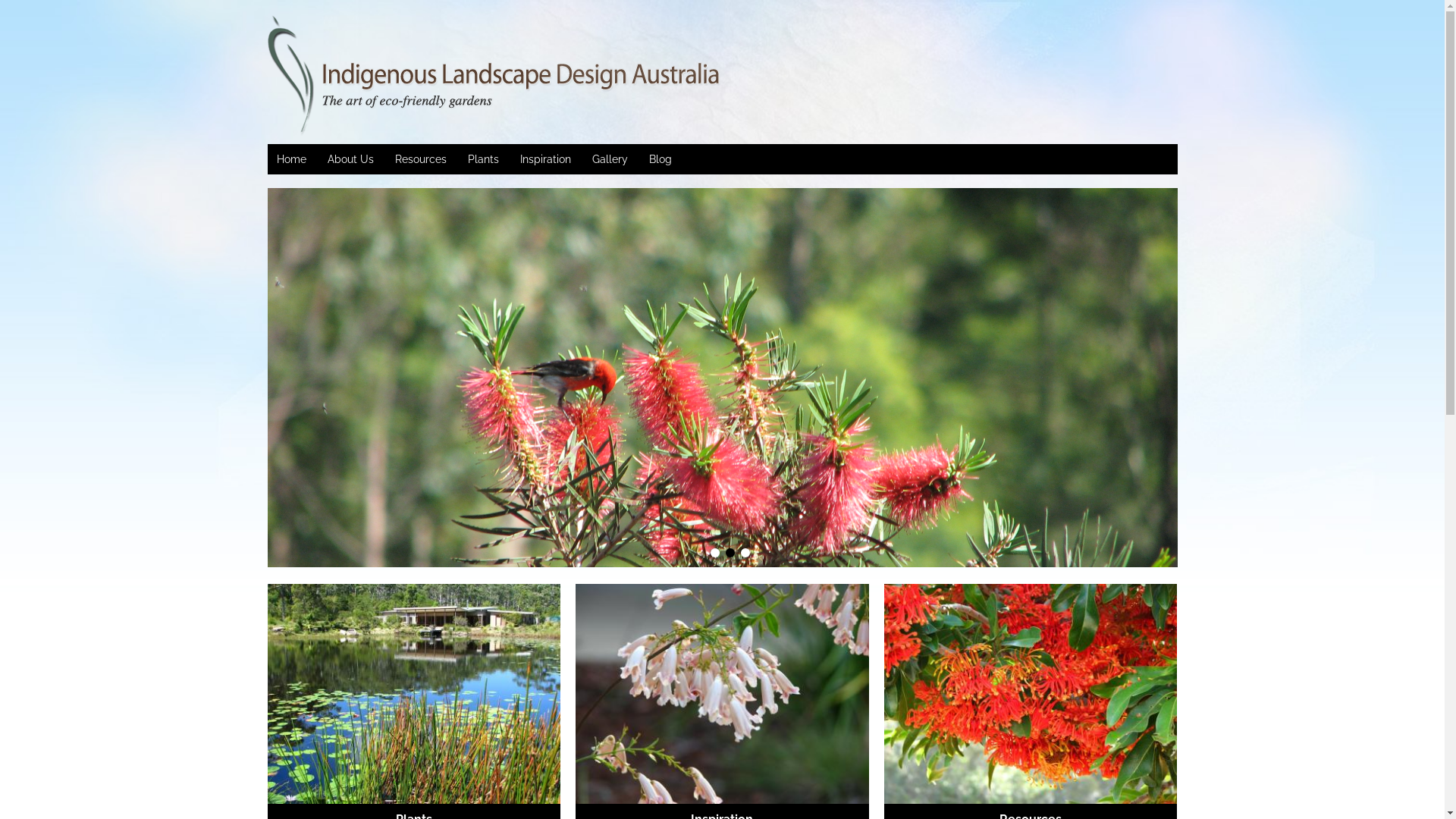 Image resolution: width=1456 pixels, height=819 pixels. I want to click on 'Indigenous Landscape Design Australia', so click(381, 76).